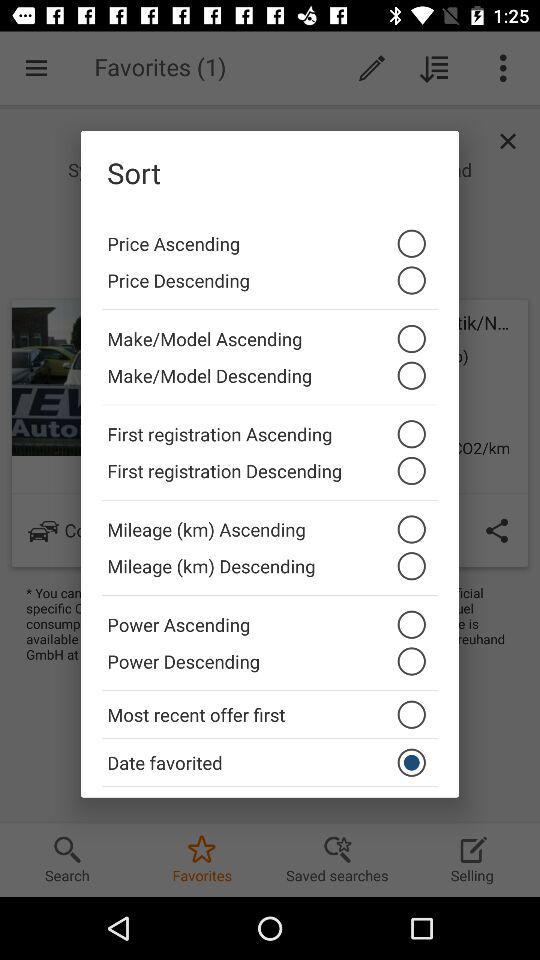  I want to click on icon above power descending item, so click(270, 618).